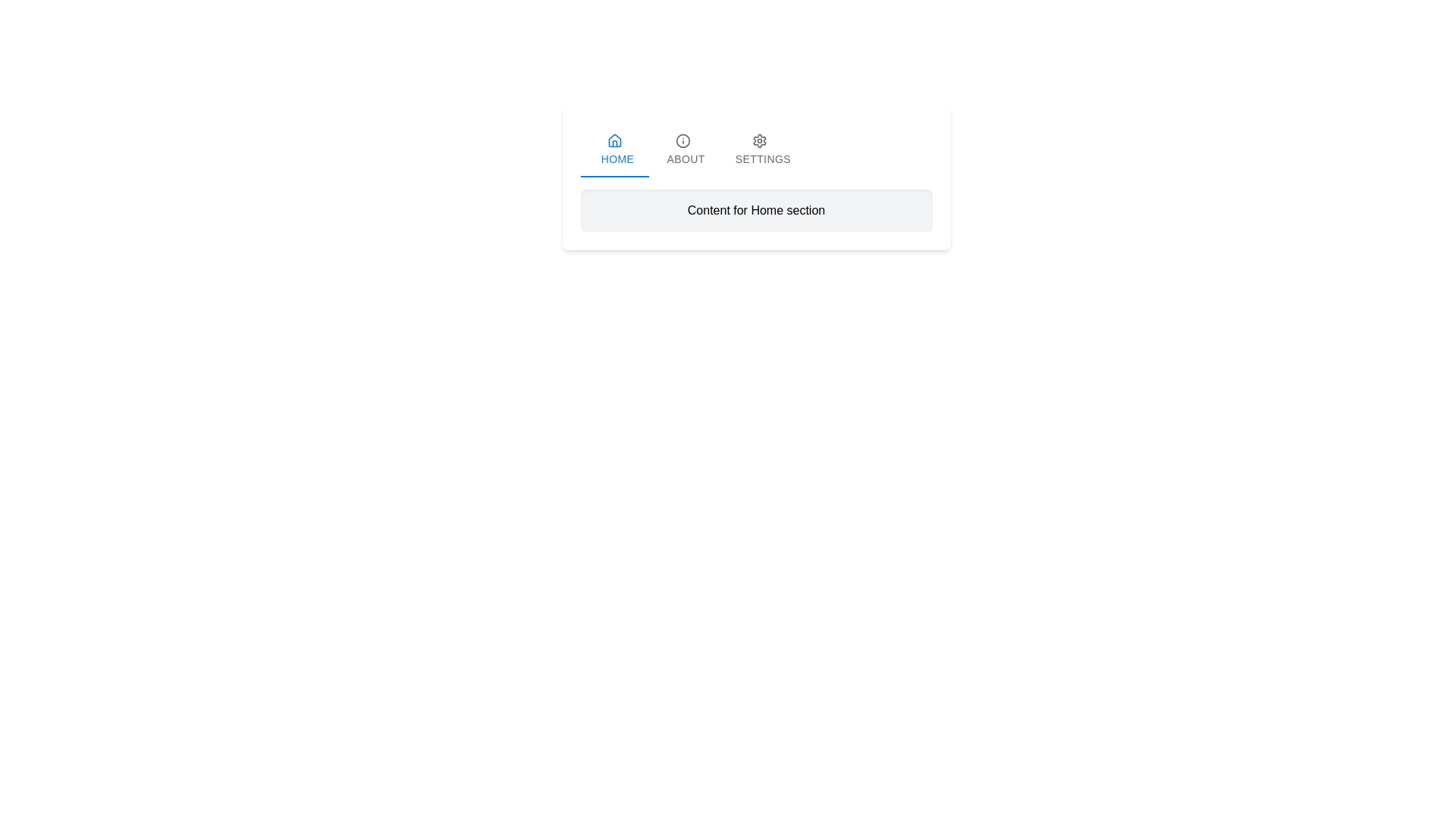 This screenshot has width=1456, height=819. I want to click on the small gear icon representing settings, located within the 'Settings' tab button in the navigation bar, so click(760, 141).